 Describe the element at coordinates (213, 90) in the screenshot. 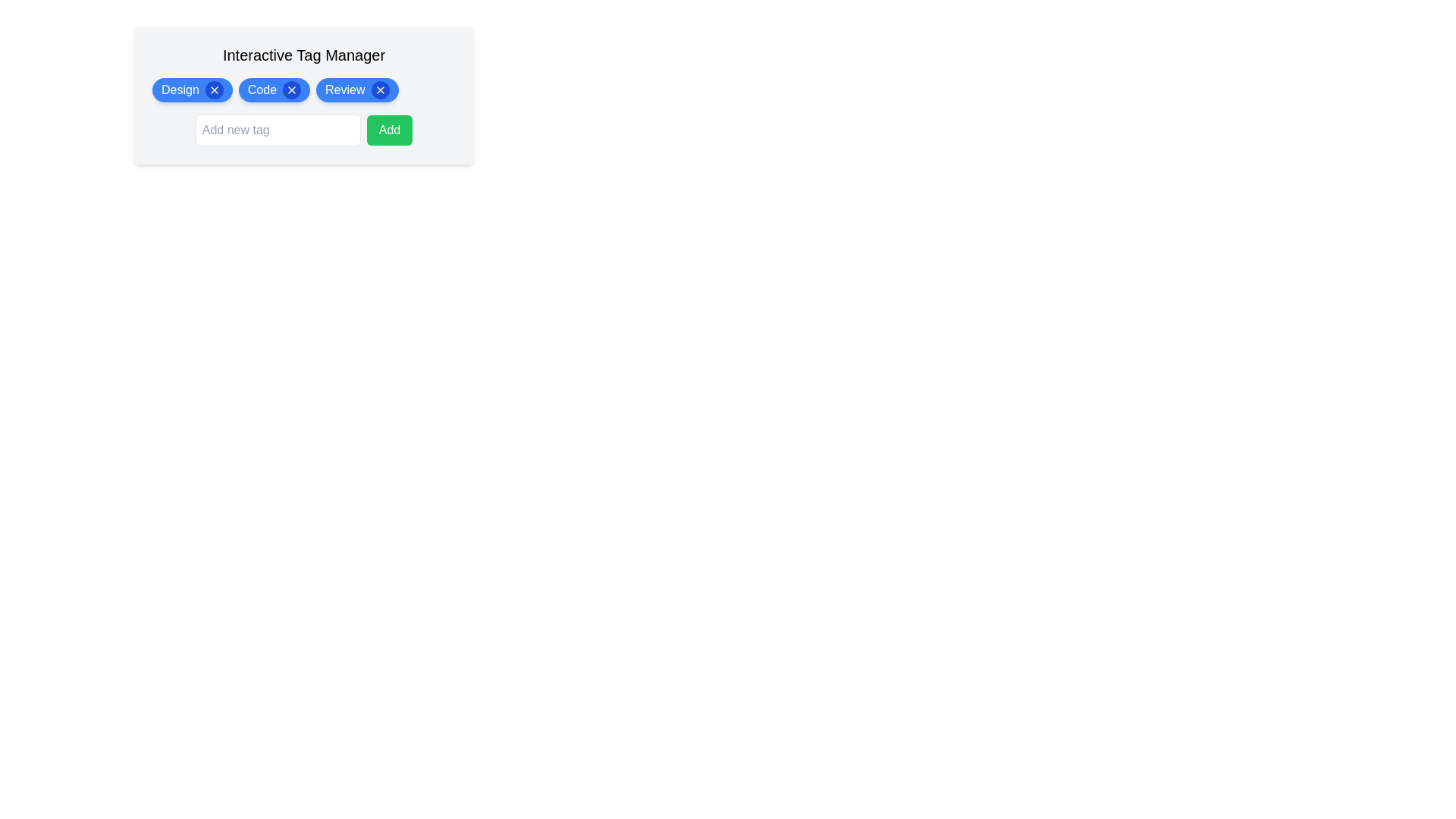

I see `the delete button for the 'Design' tag to change its background color` at that location.